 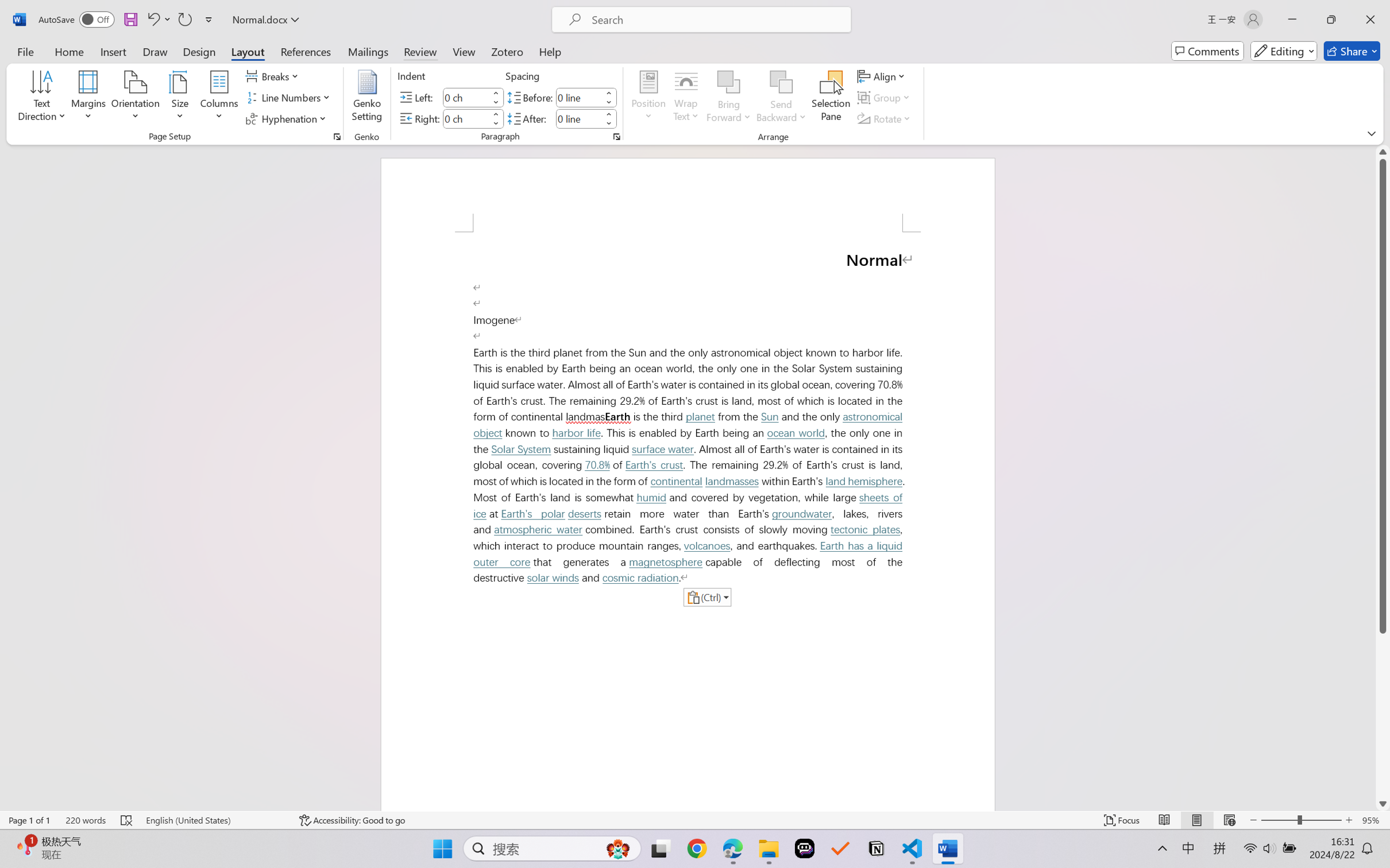 What do you see at coordinates (597, 464) in the screenshot?
I see `'70.8%'` at bounding box center [597, 464].